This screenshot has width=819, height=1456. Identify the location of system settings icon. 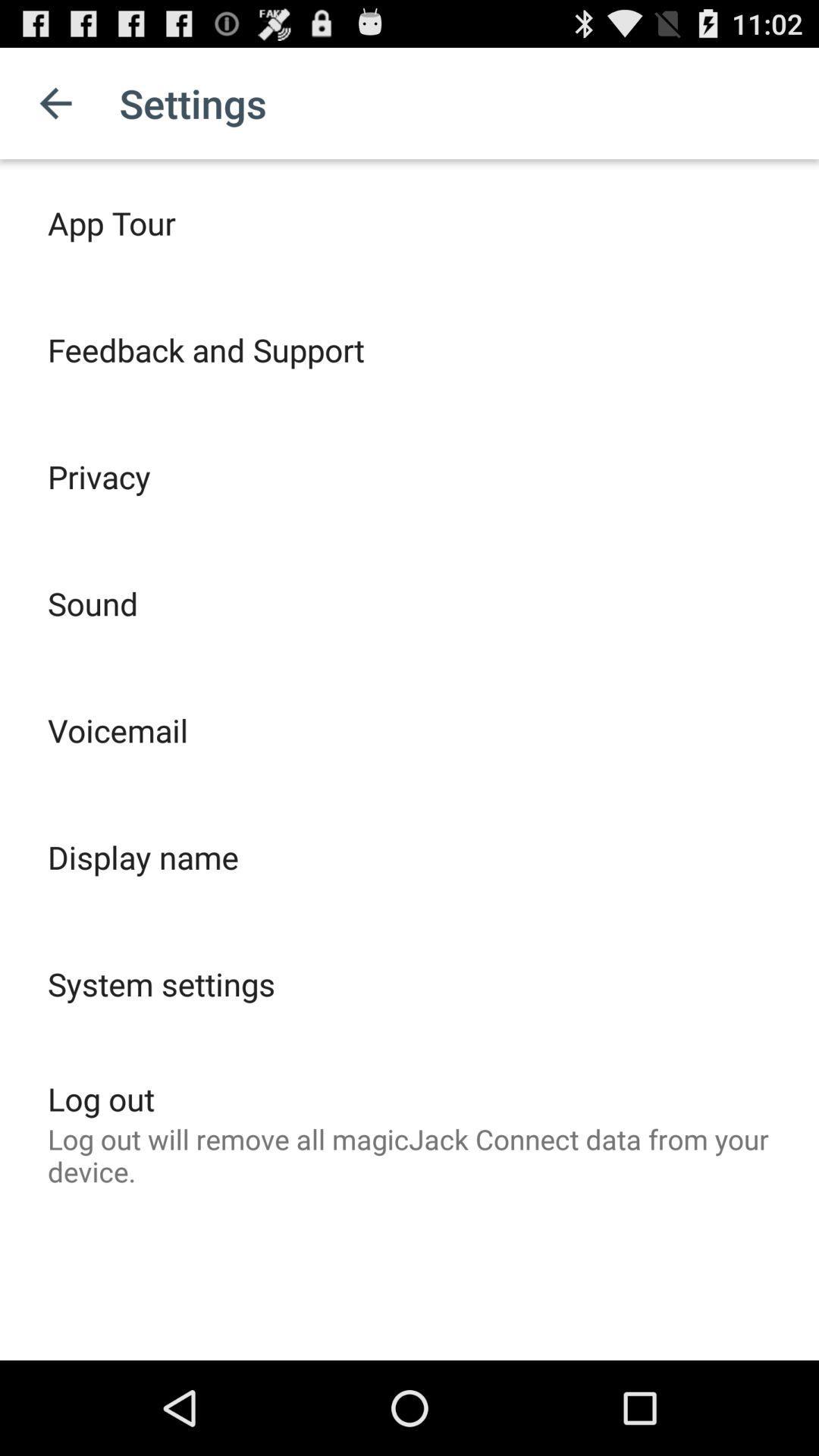
(161, 984).